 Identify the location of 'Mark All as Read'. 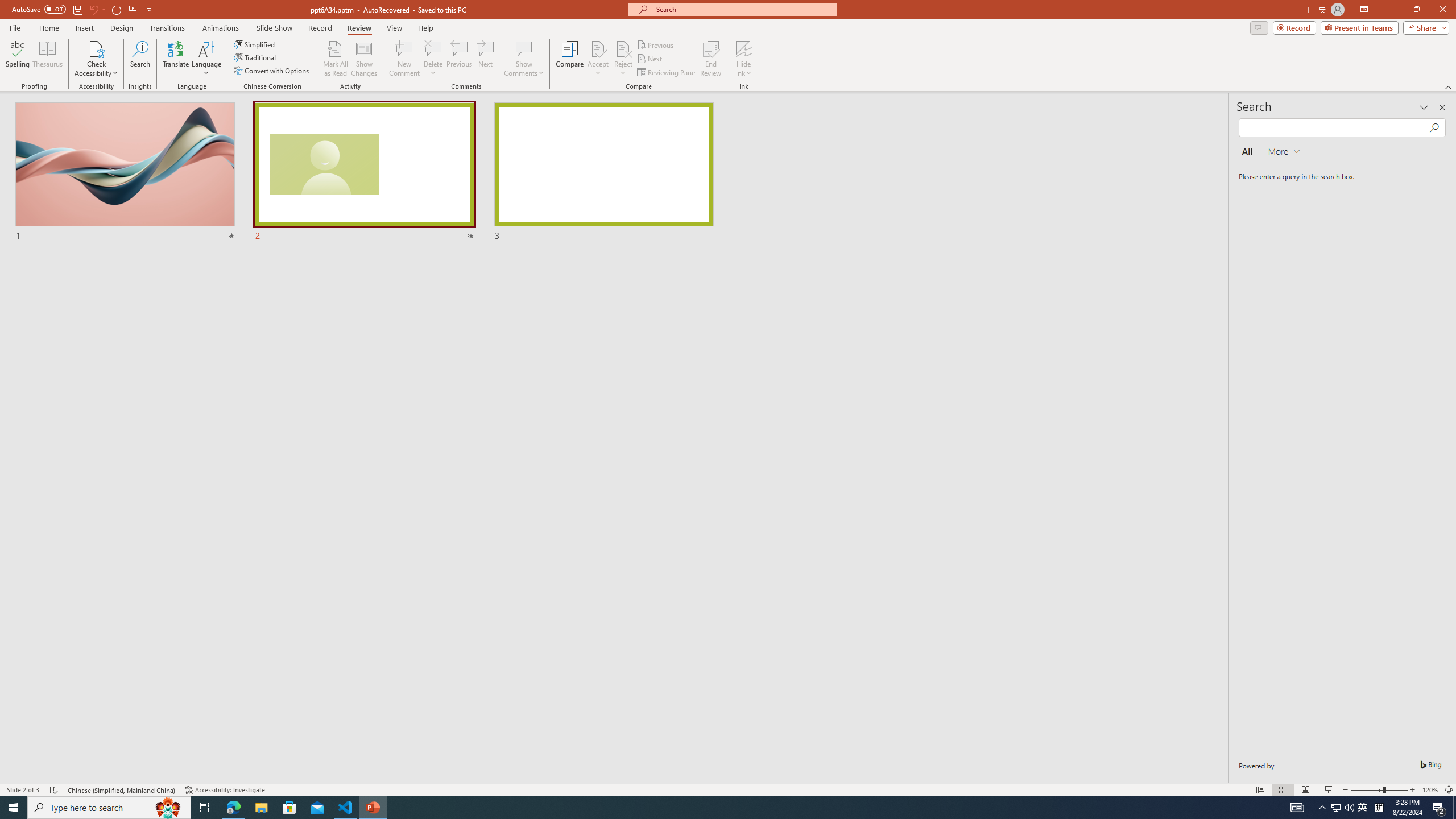
(336, 59).